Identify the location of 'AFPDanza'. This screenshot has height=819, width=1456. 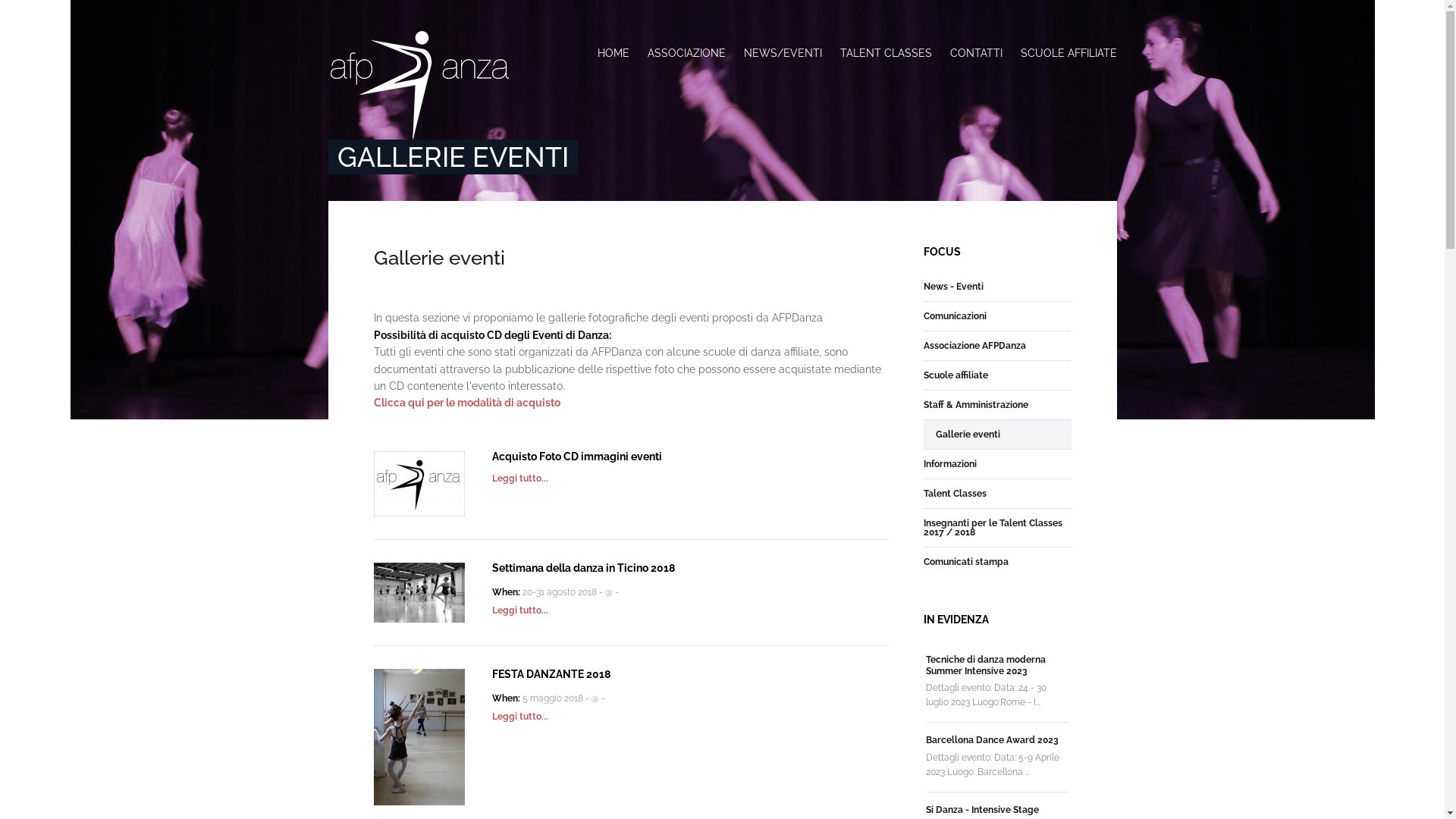
(419, 85).